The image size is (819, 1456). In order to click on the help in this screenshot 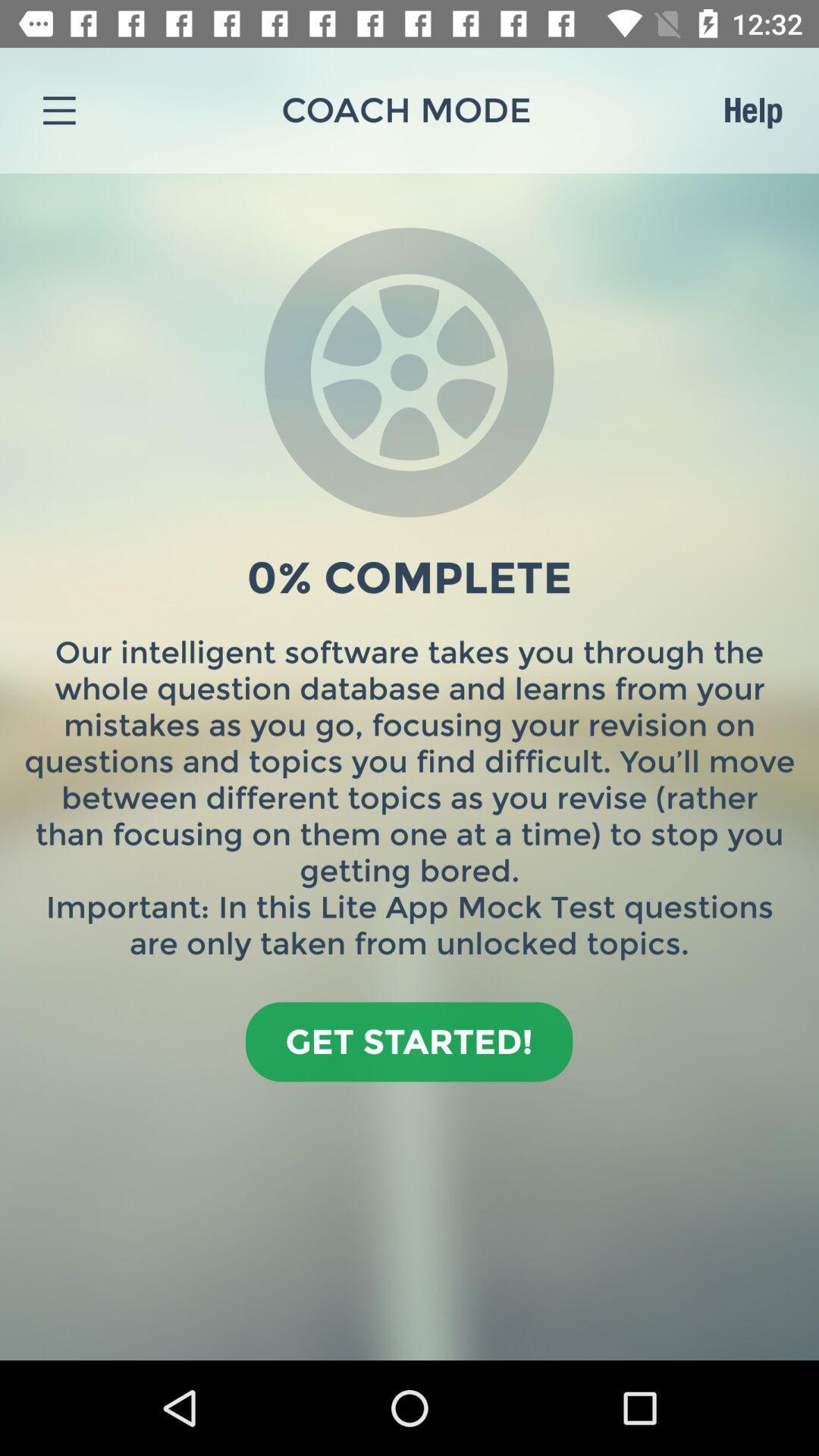, I will do `click(752, 109)`.